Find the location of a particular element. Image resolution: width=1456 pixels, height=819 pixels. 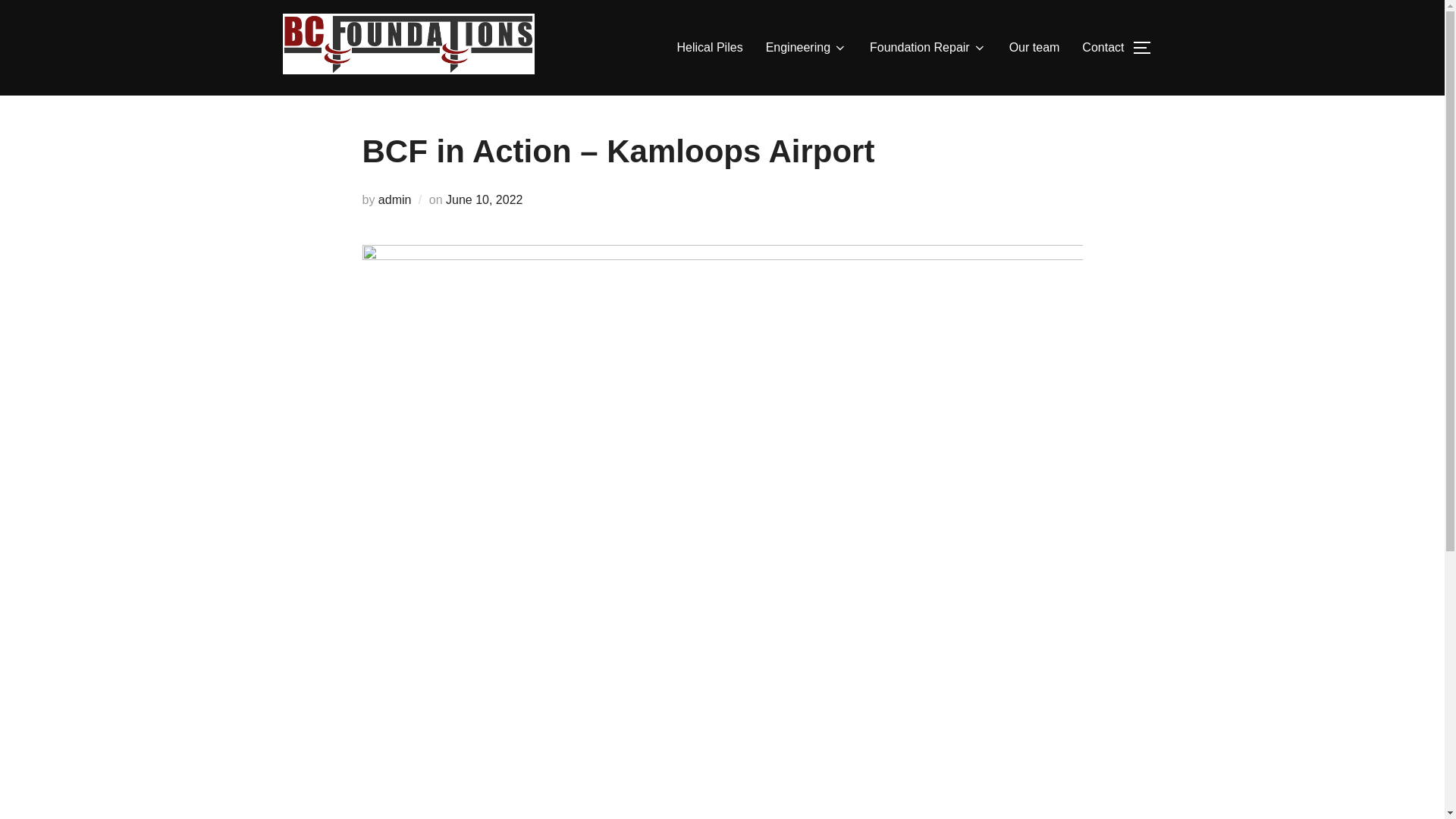

'Foundation Repair' is located at coordinates (927, 46).